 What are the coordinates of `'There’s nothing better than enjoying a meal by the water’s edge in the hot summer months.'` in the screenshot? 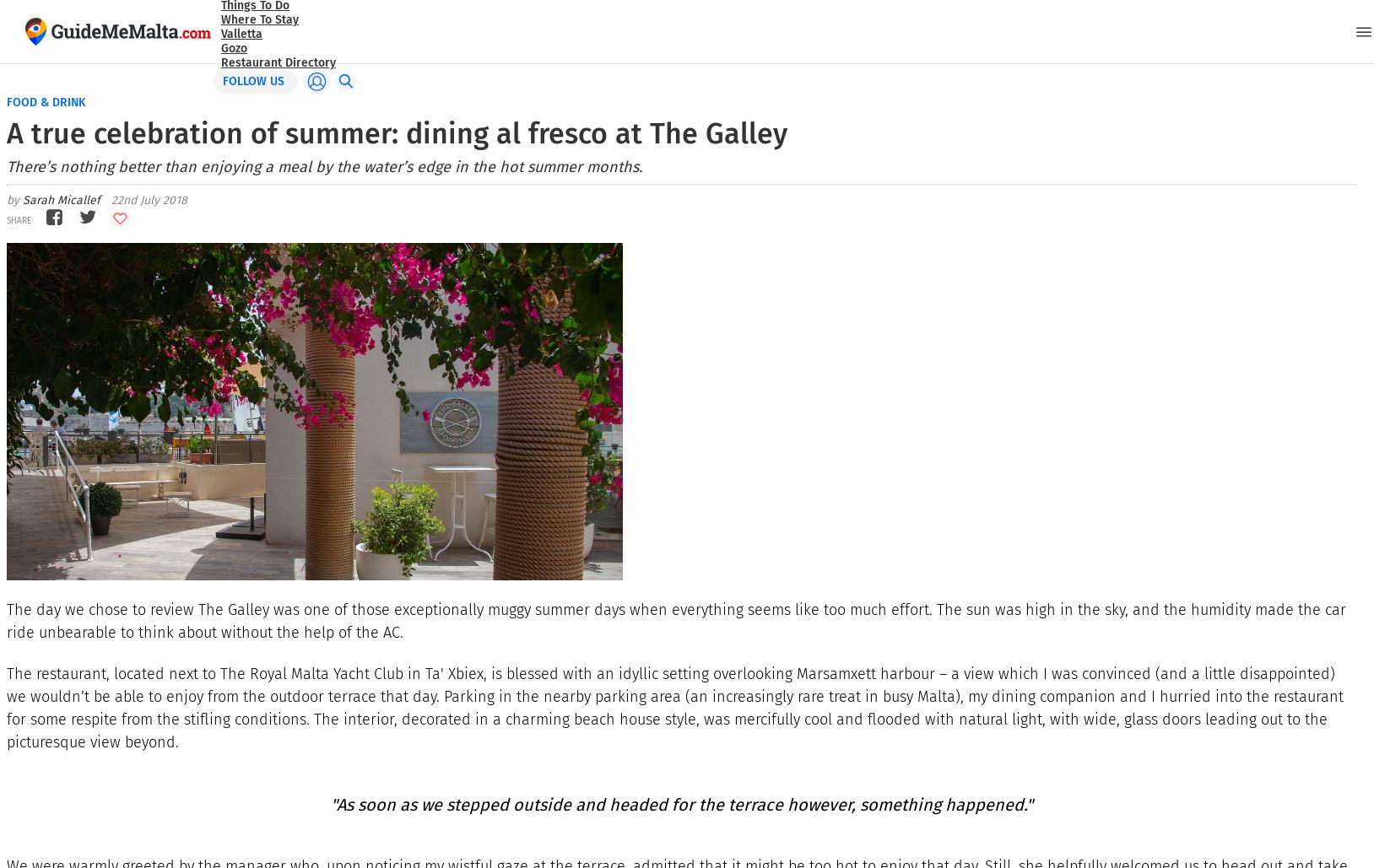 It's located at (5, 166).